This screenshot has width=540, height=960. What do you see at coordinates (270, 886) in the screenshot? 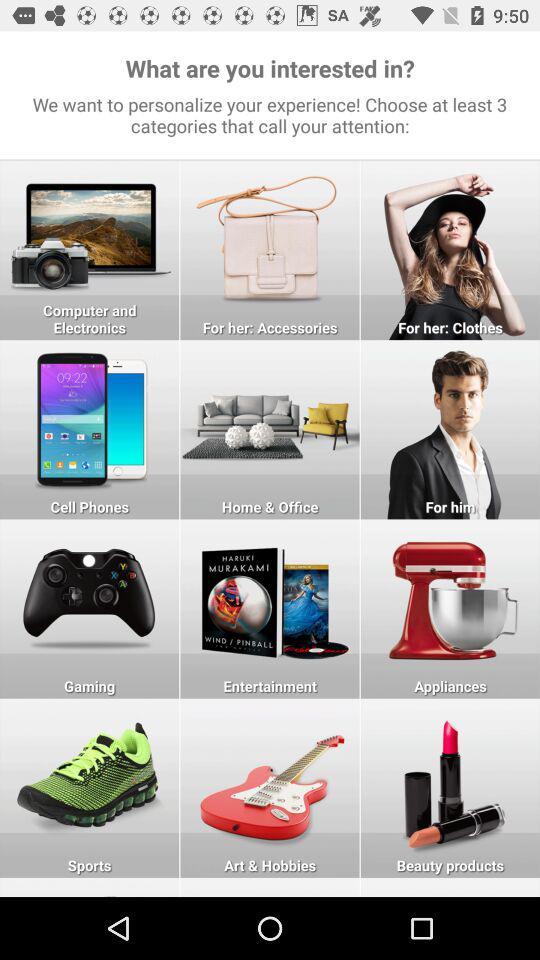
I see `art and hobbies option` at bounding box center [270, 886].